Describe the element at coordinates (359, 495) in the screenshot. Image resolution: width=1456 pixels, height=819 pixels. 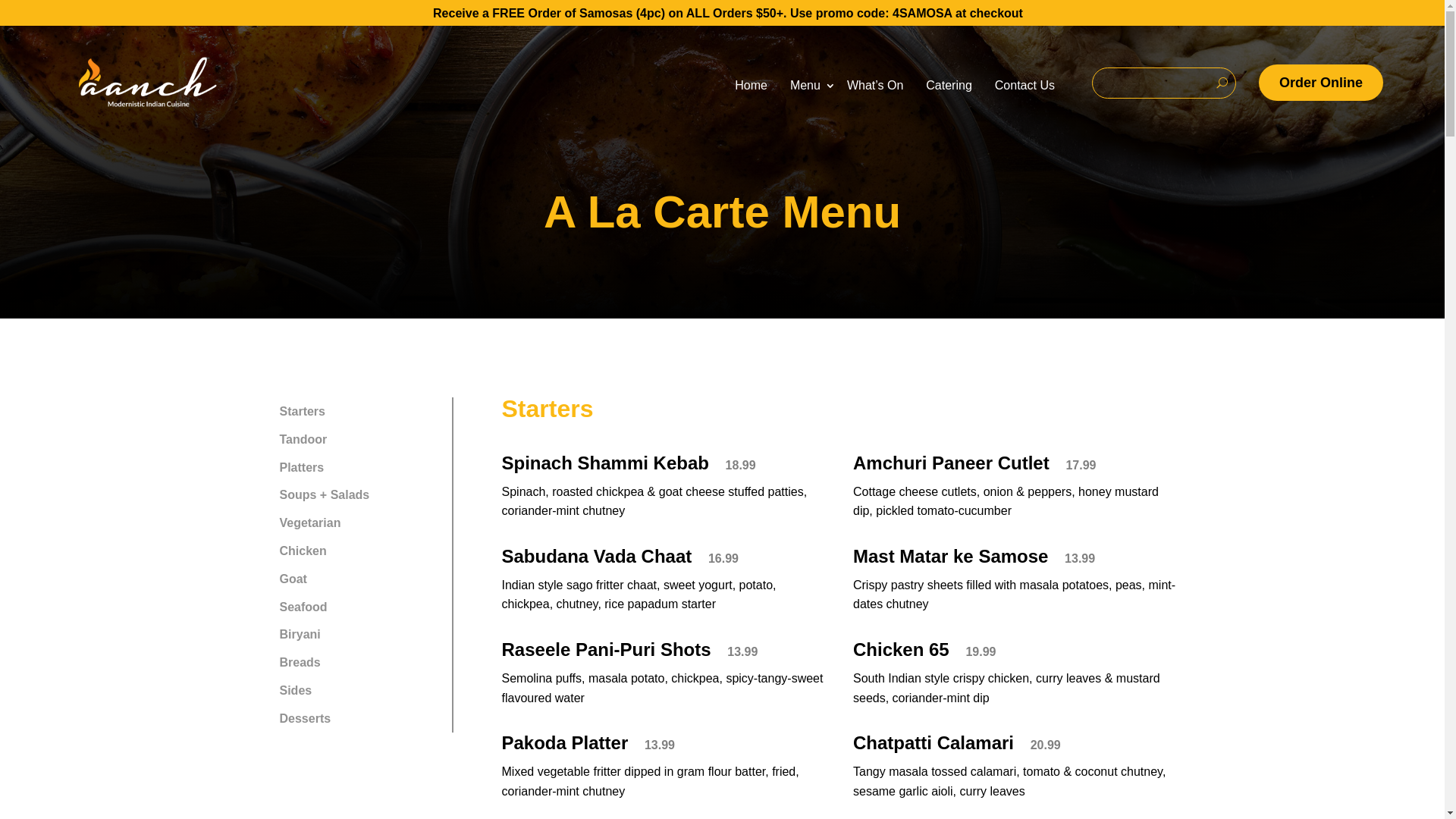
I see `'Soups + Salads'` at that location.